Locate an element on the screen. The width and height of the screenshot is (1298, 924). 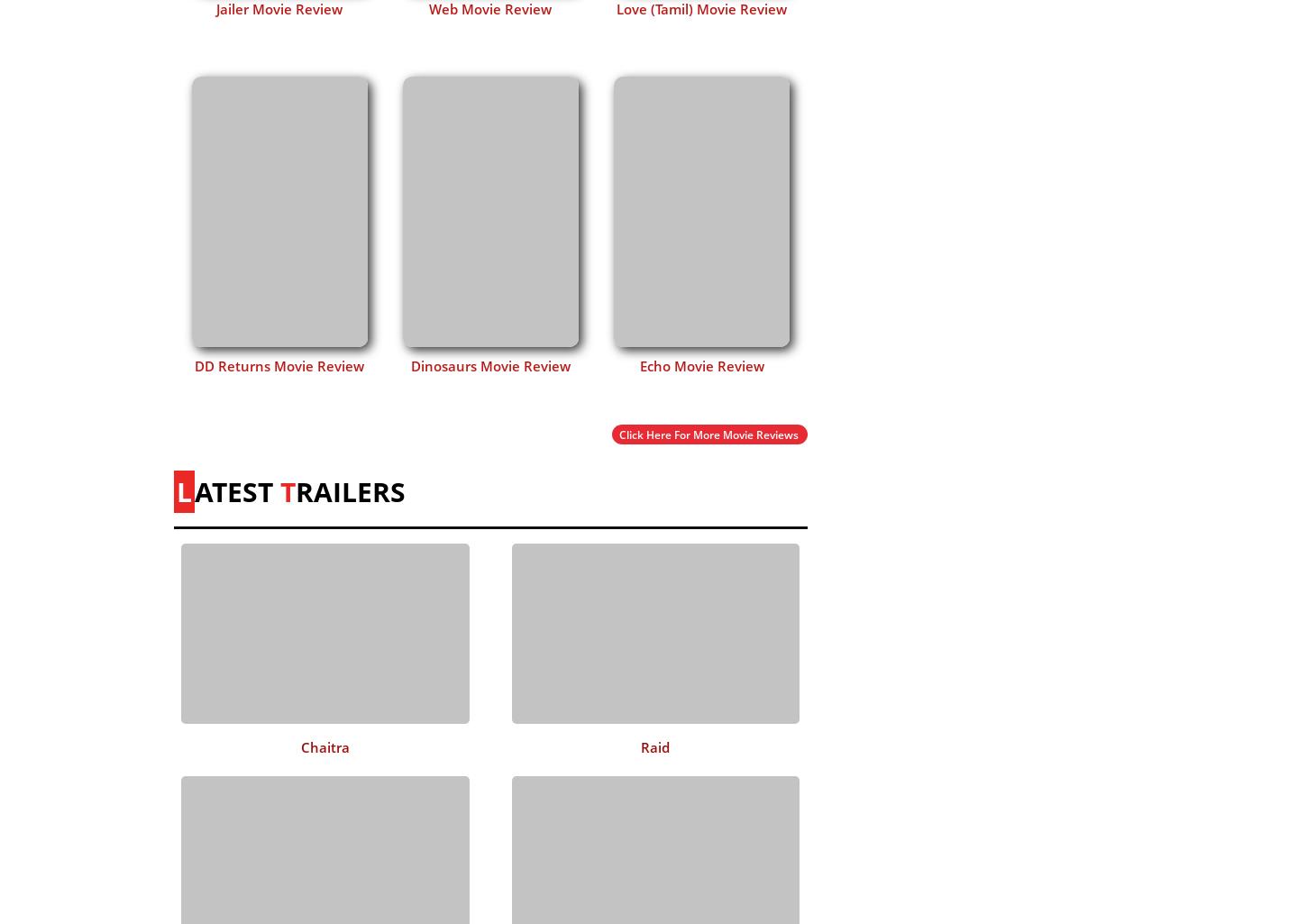
'L' is located at coordinates (184, 489).